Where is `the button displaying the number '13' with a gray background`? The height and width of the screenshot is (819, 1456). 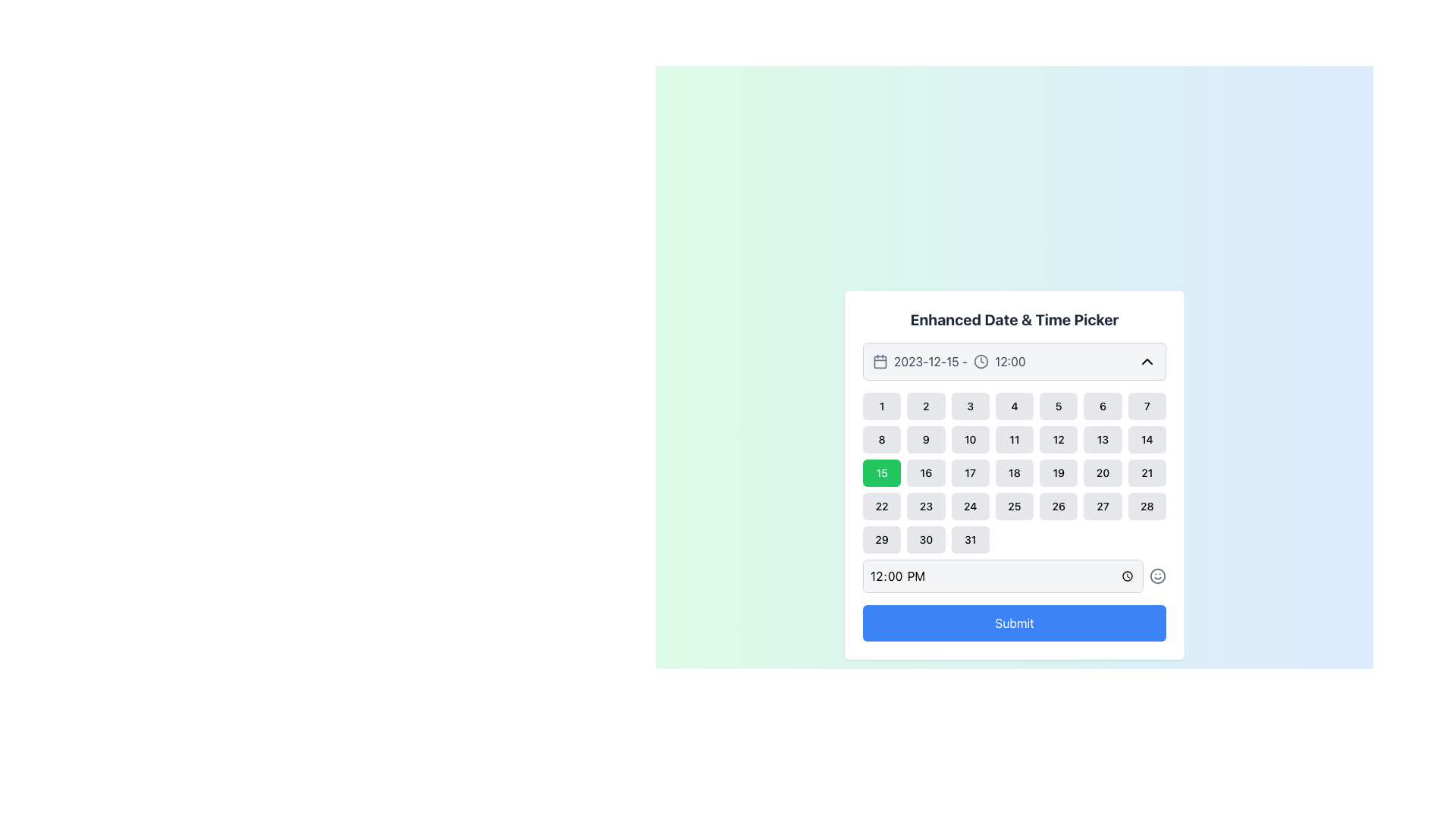 the button displaying the number '13' with a gray background is located at coordinates (1103, 439).